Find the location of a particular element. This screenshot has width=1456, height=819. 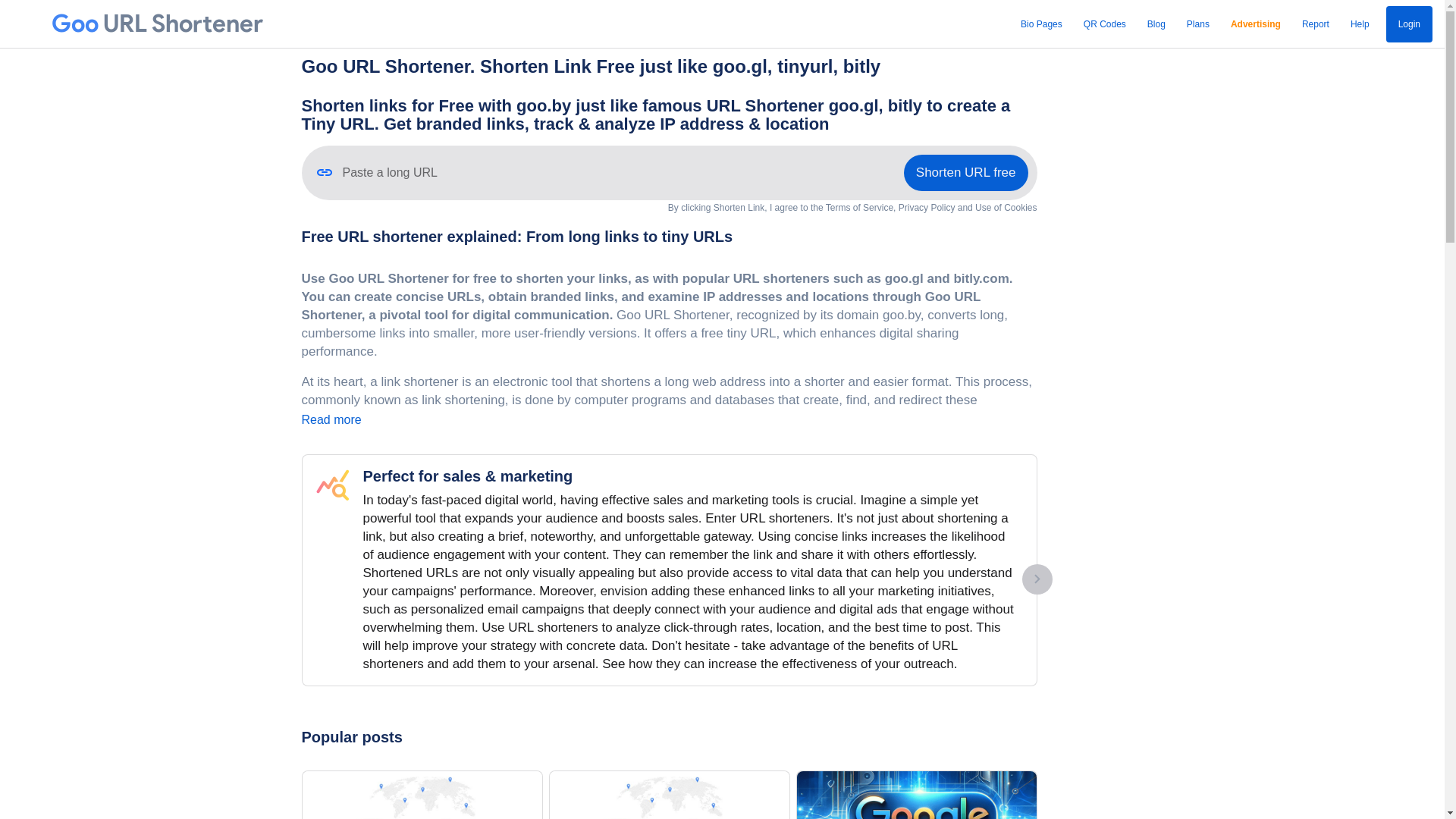

'Read more' is located at coordinates (331, 419).